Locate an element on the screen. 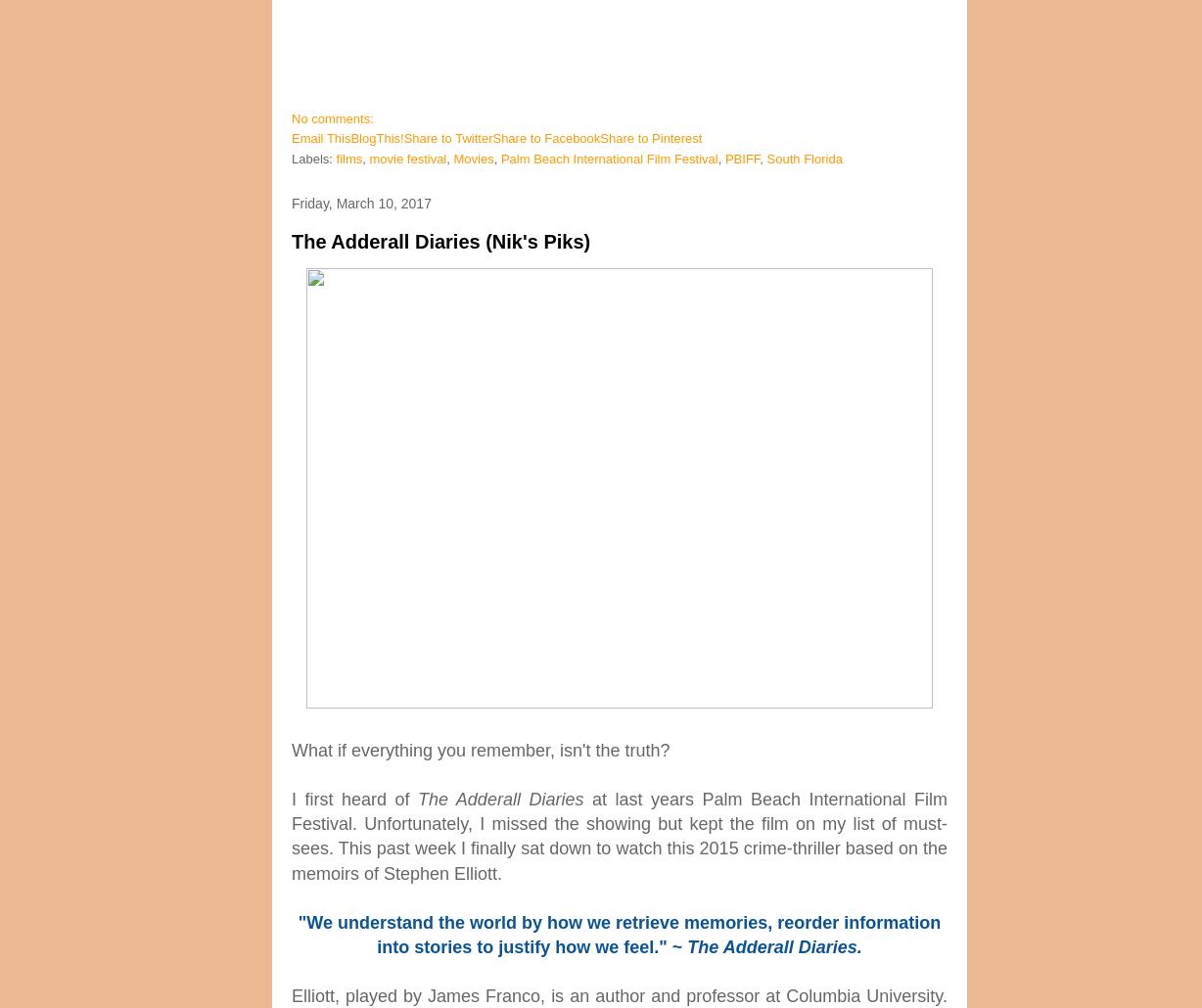 The height and width of the screenshot is (1008, 1202). 'Share to Twitter' is located at coordinates (447, 137).